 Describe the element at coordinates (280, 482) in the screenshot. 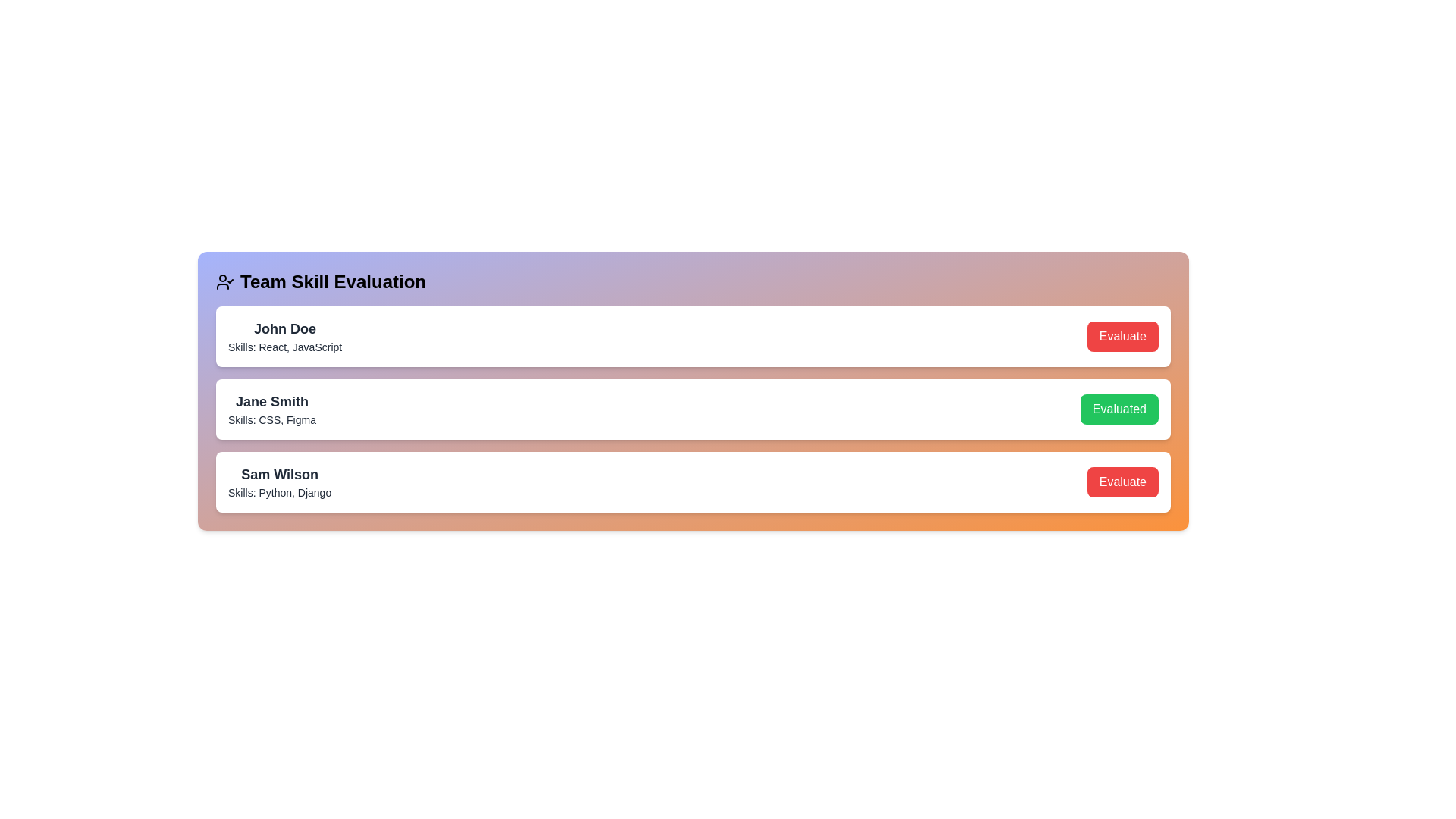

I see `the text display showing 'Sam Wilson' with the subtitle 'Skills: Python, Django' to focus this element` at that location.